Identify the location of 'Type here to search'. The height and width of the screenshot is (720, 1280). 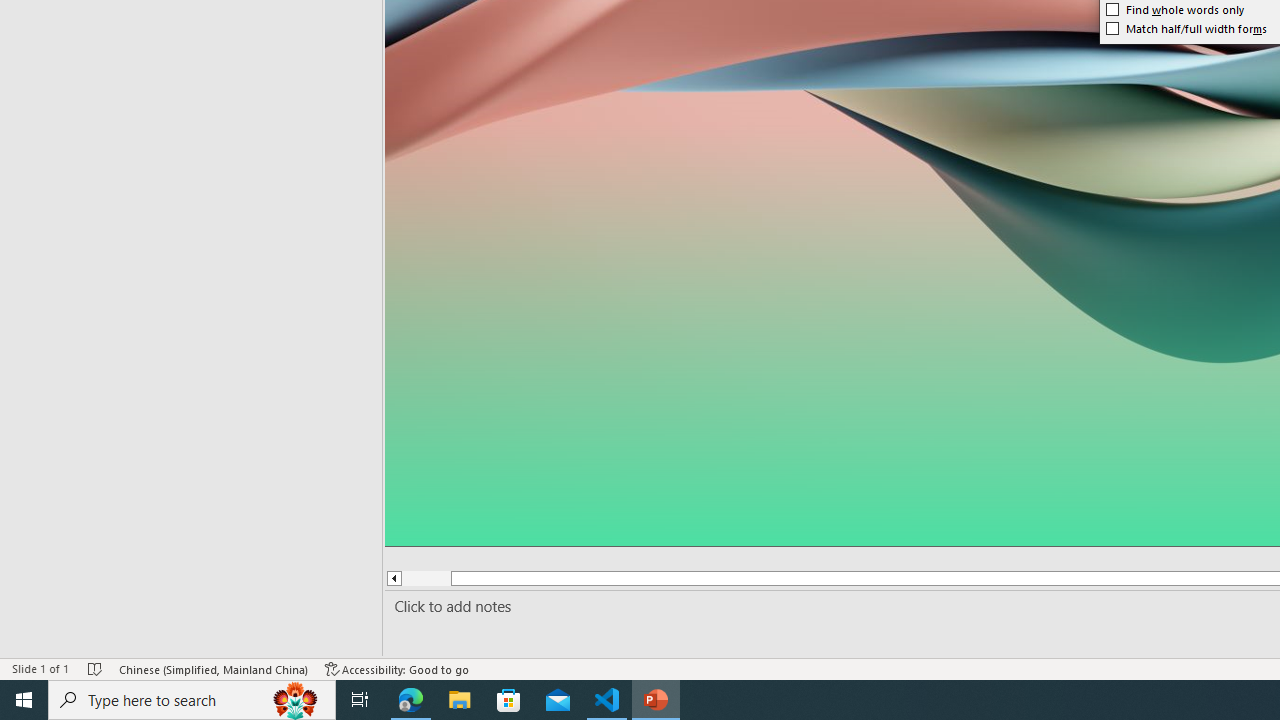
(192, 698).